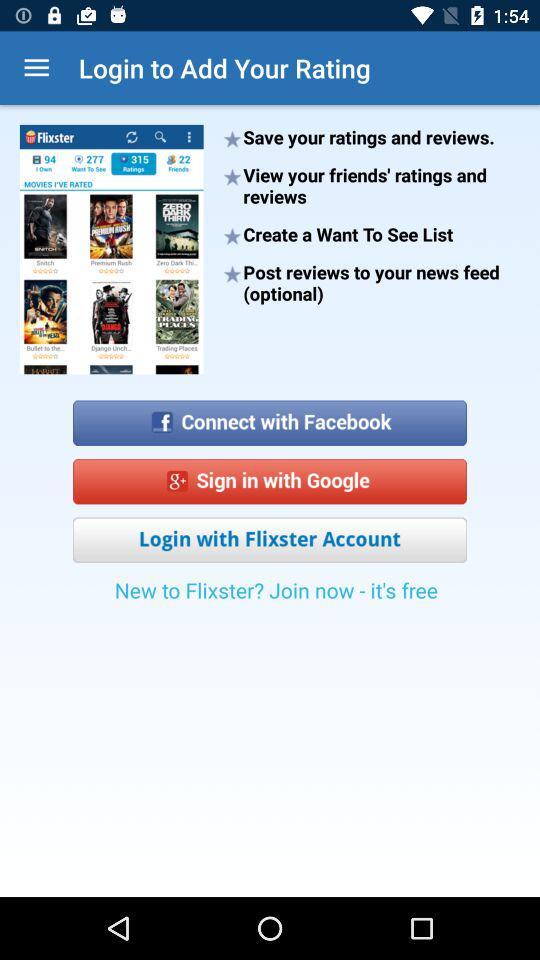  What do you see at coordinates (270, 539) in the screenshot?
I see `item above new to flixster icon` at bounding box center [270, 539].